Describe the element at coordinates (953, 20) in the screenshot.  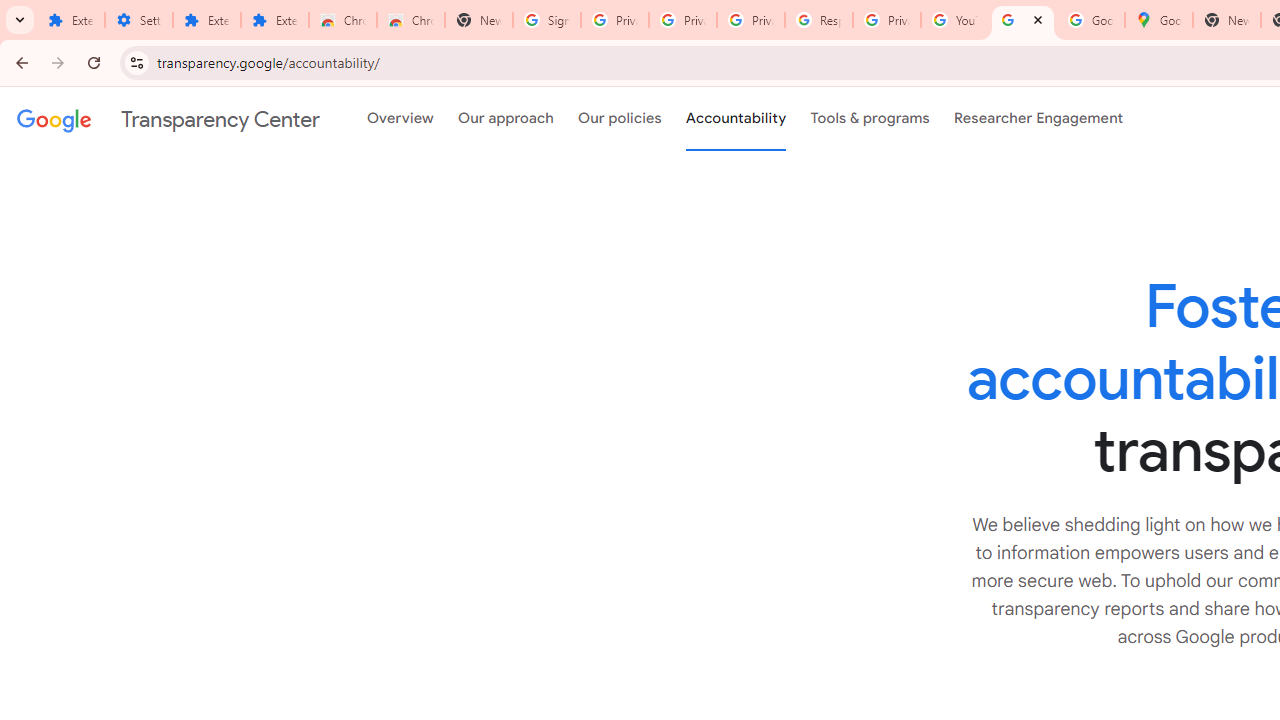
I see `'YouTube'` at that location.